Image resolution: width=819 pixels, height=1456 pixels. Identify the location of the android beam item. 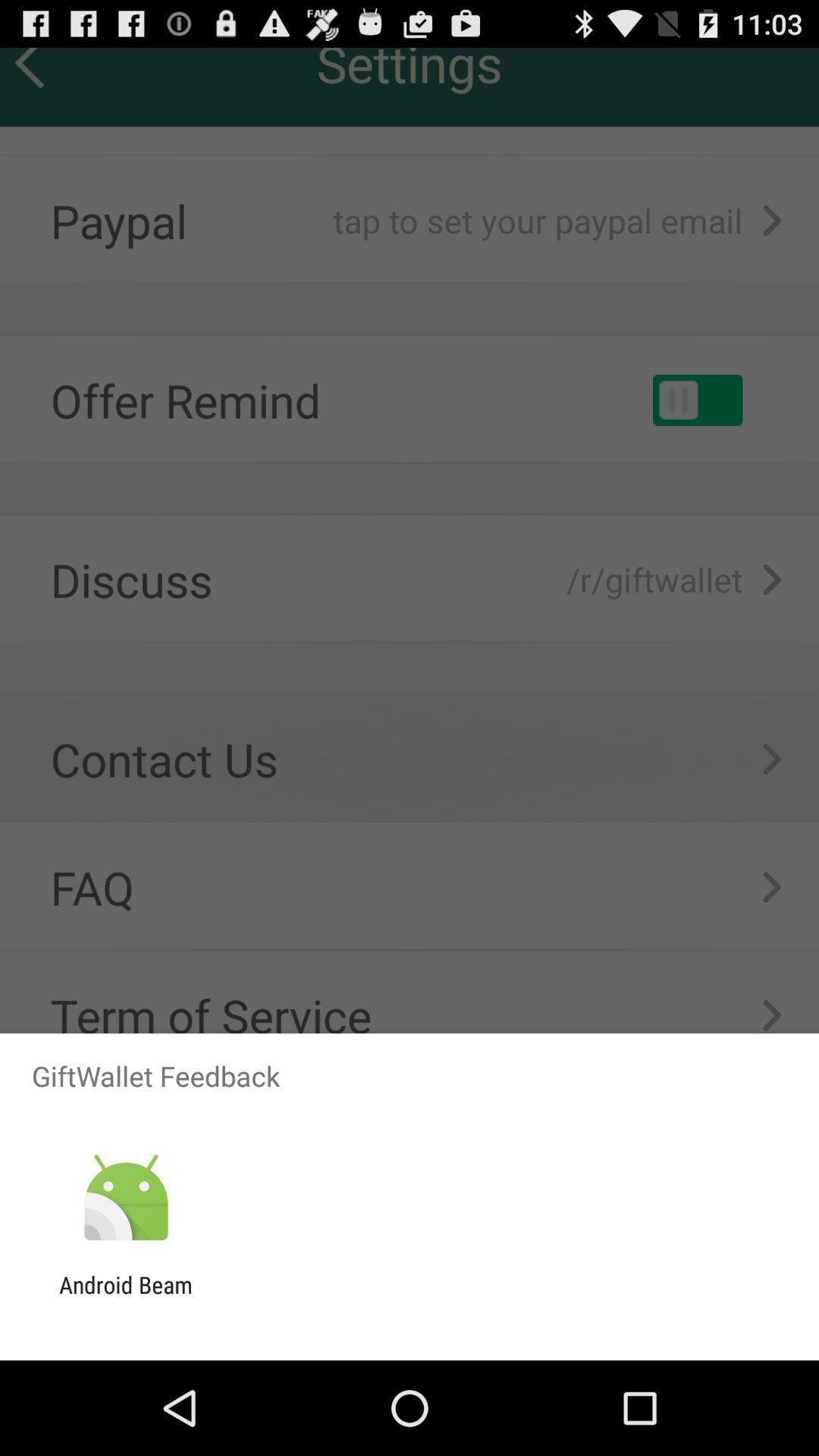
(125, 1298).